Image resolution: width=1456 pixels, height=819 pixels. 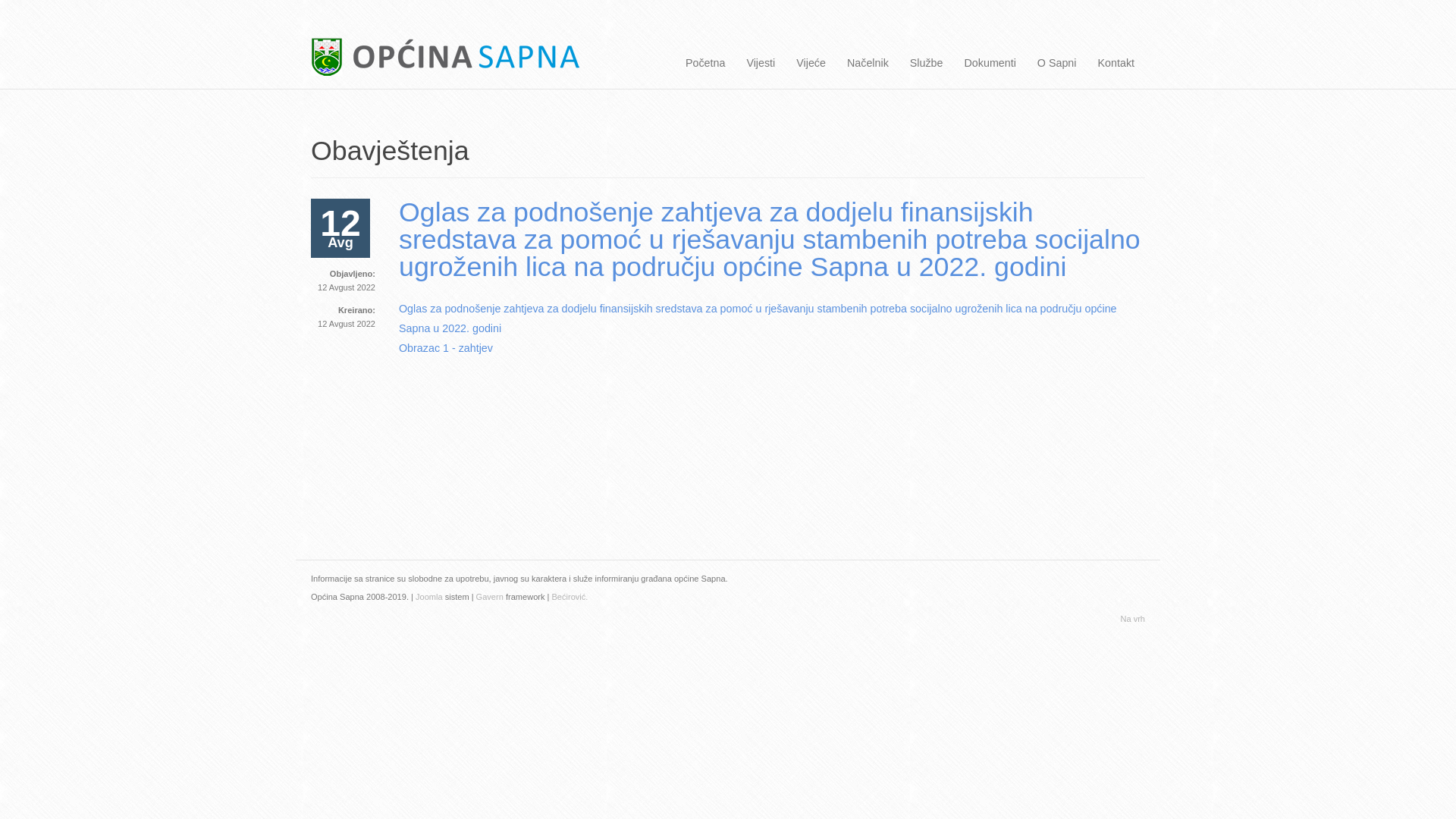 I want to click on 'Kontakt', so click(x=1116, y=62).